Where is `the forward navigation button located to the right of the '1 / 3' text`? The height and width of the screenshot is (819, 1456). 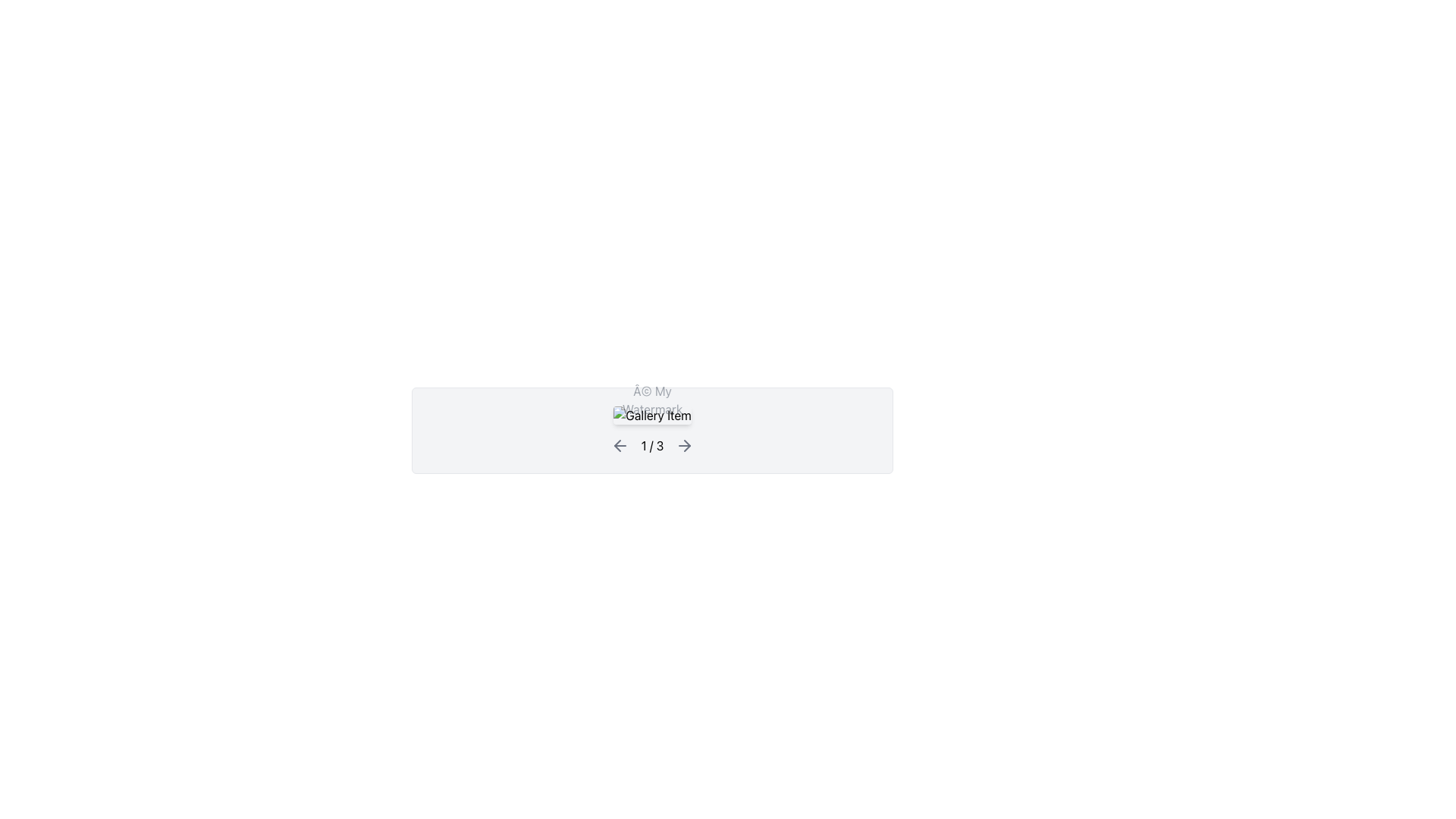
the forward navigation button located to the right of the '1 / 3' text is located at coordinates (684, 444).